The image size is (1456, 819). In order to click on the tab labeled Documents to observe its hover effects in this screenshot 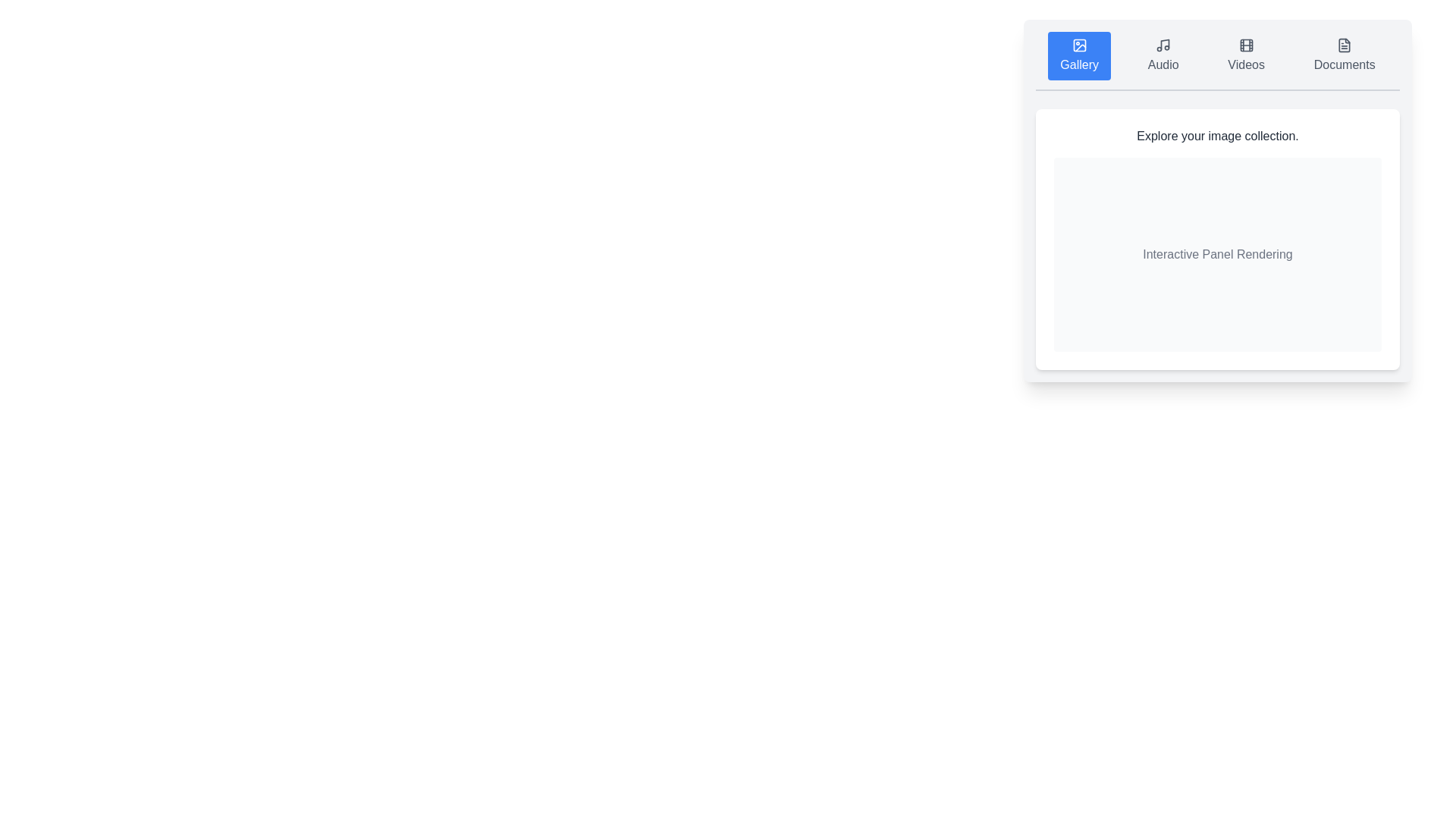, I will do `click(1345, 55)`.